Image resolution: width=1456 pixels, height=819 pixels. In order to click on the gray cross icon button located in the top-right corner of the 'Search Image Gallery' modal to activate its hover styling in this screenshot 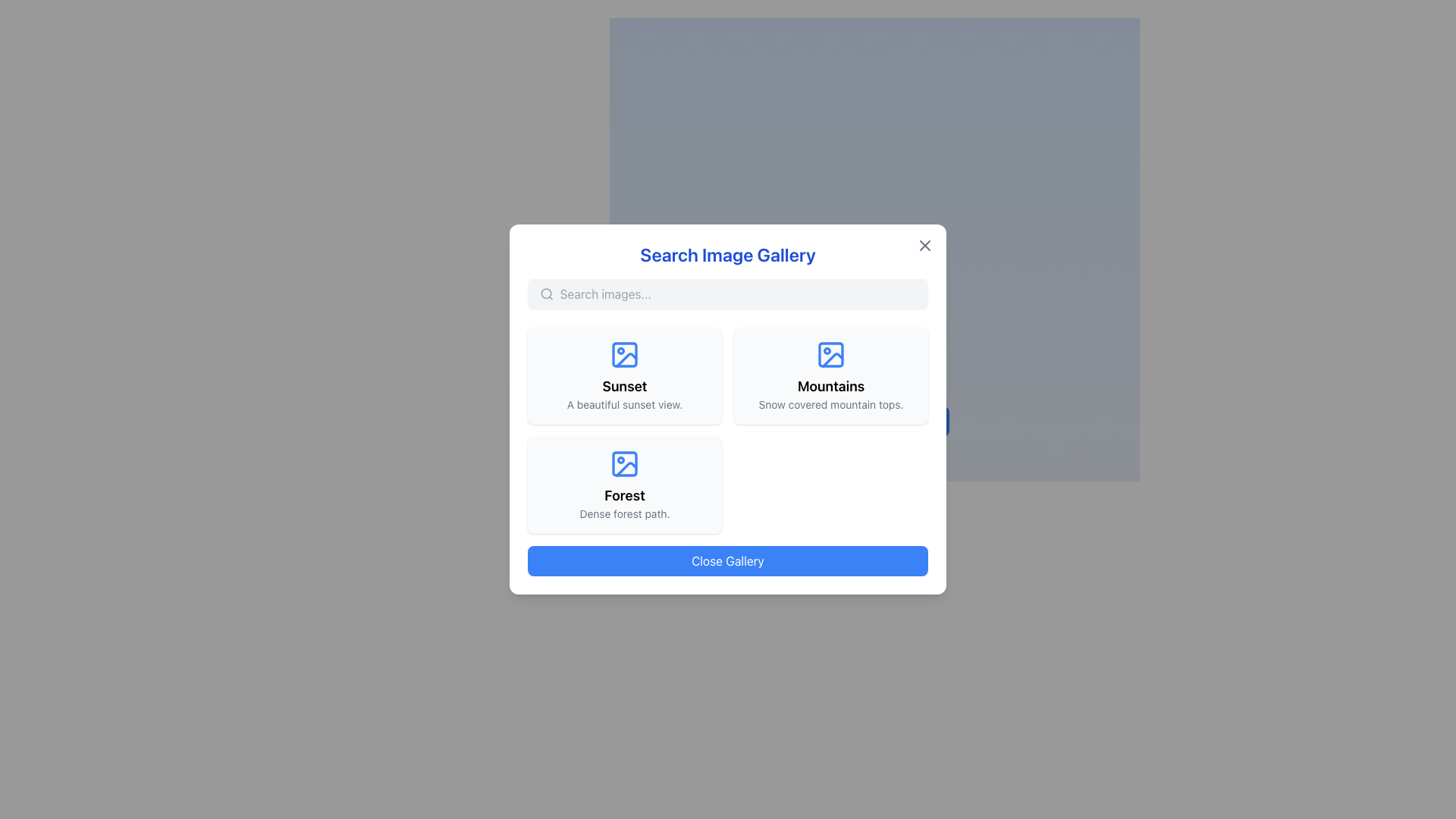, I will do `click(924, 245)`.